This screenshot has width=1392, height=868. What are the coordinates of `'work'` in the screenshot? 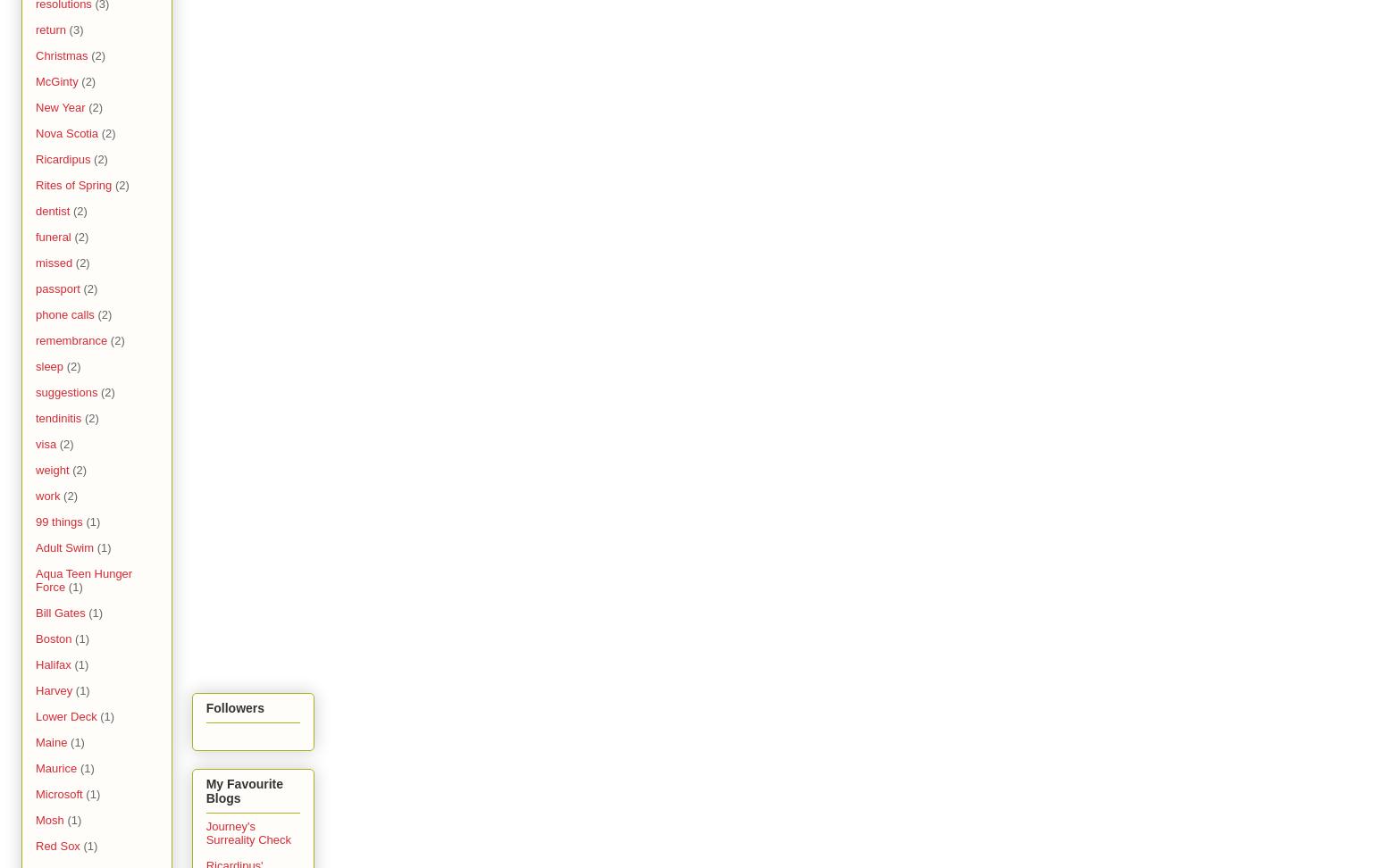 It's located at (47, 495).